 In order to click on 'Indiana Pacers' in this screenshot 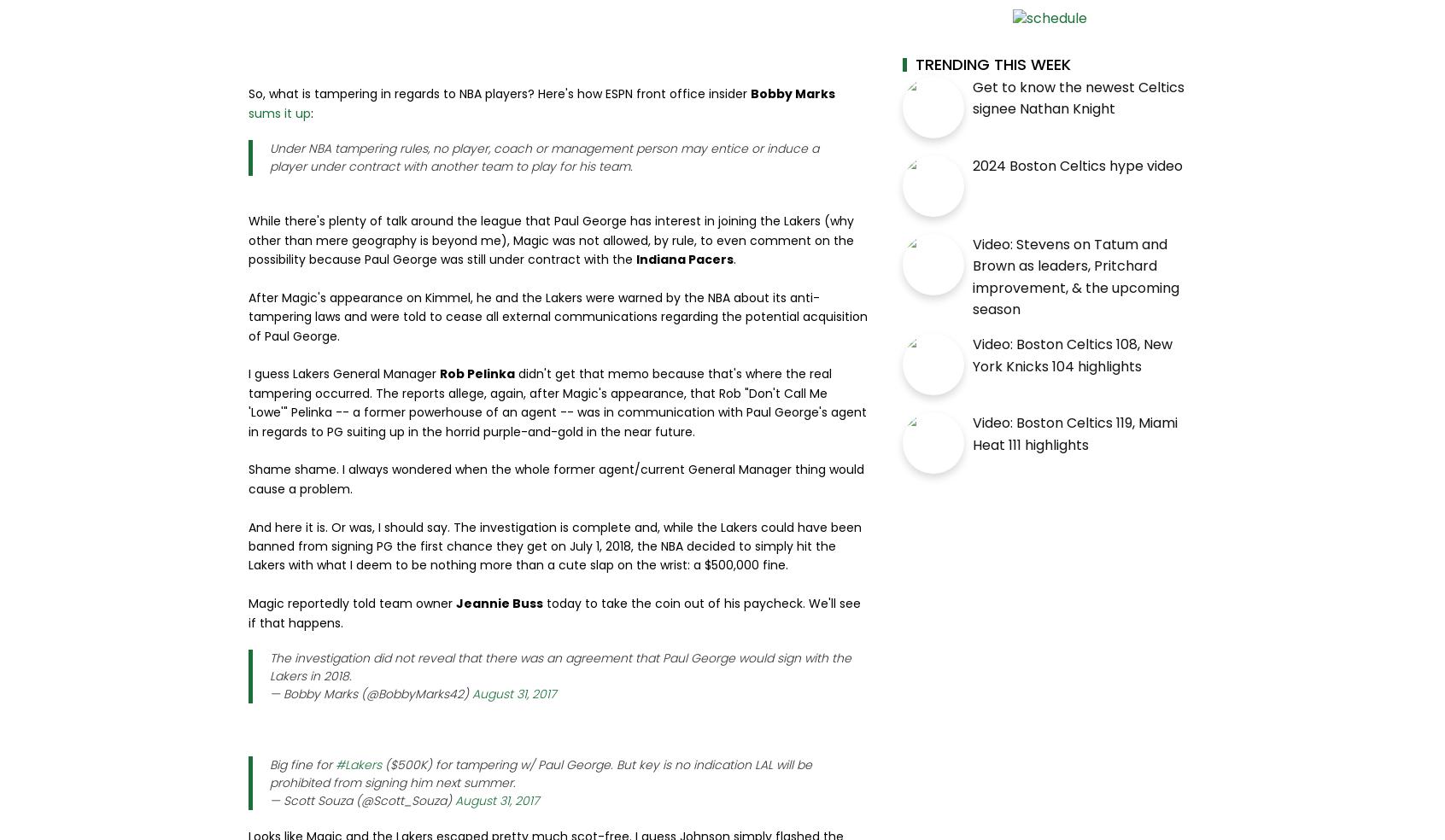, I will do `click(685, 258)`.